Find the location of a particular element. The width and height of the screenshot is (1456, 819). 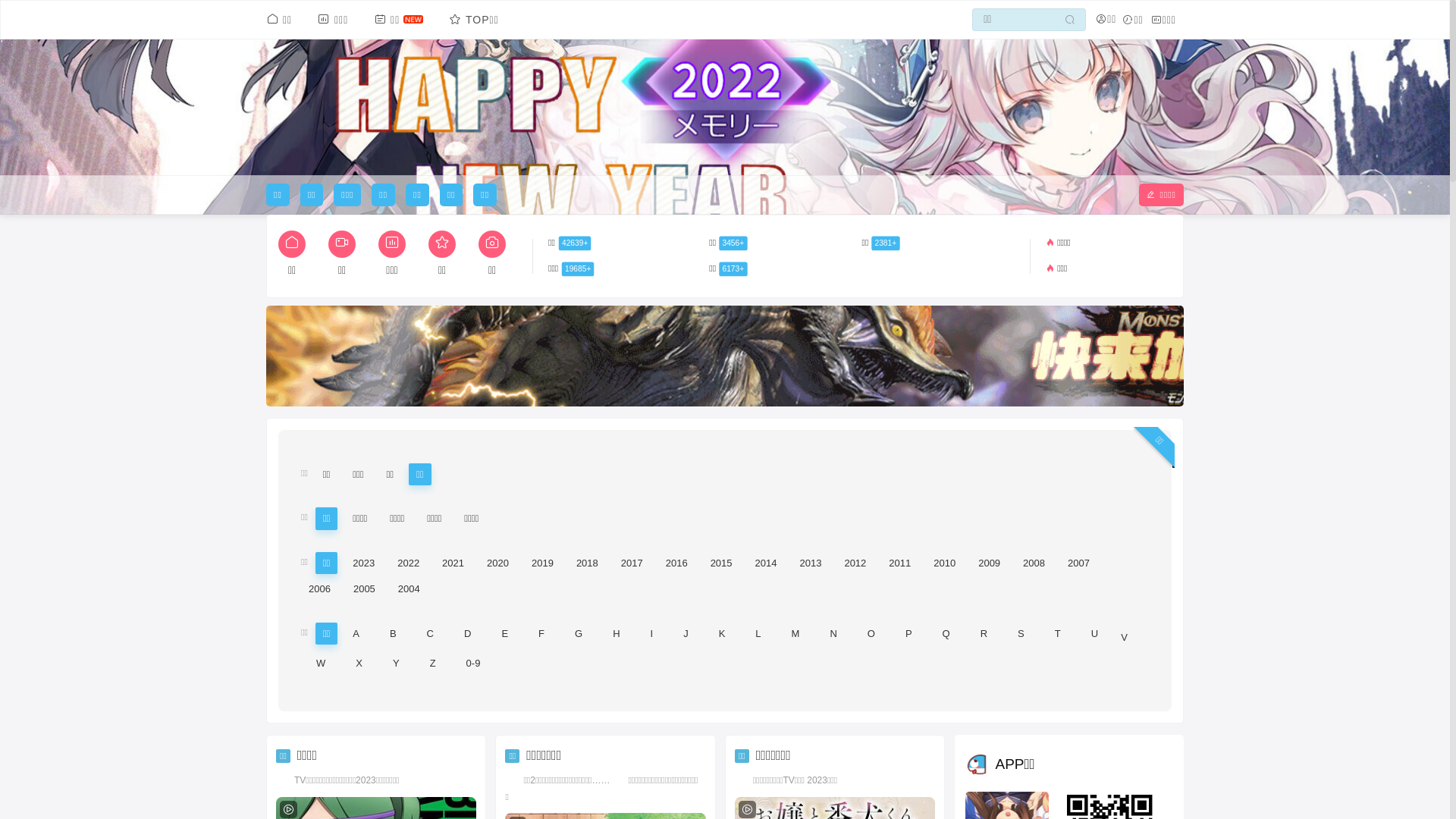

'O' is located at coordinates (871, 633).